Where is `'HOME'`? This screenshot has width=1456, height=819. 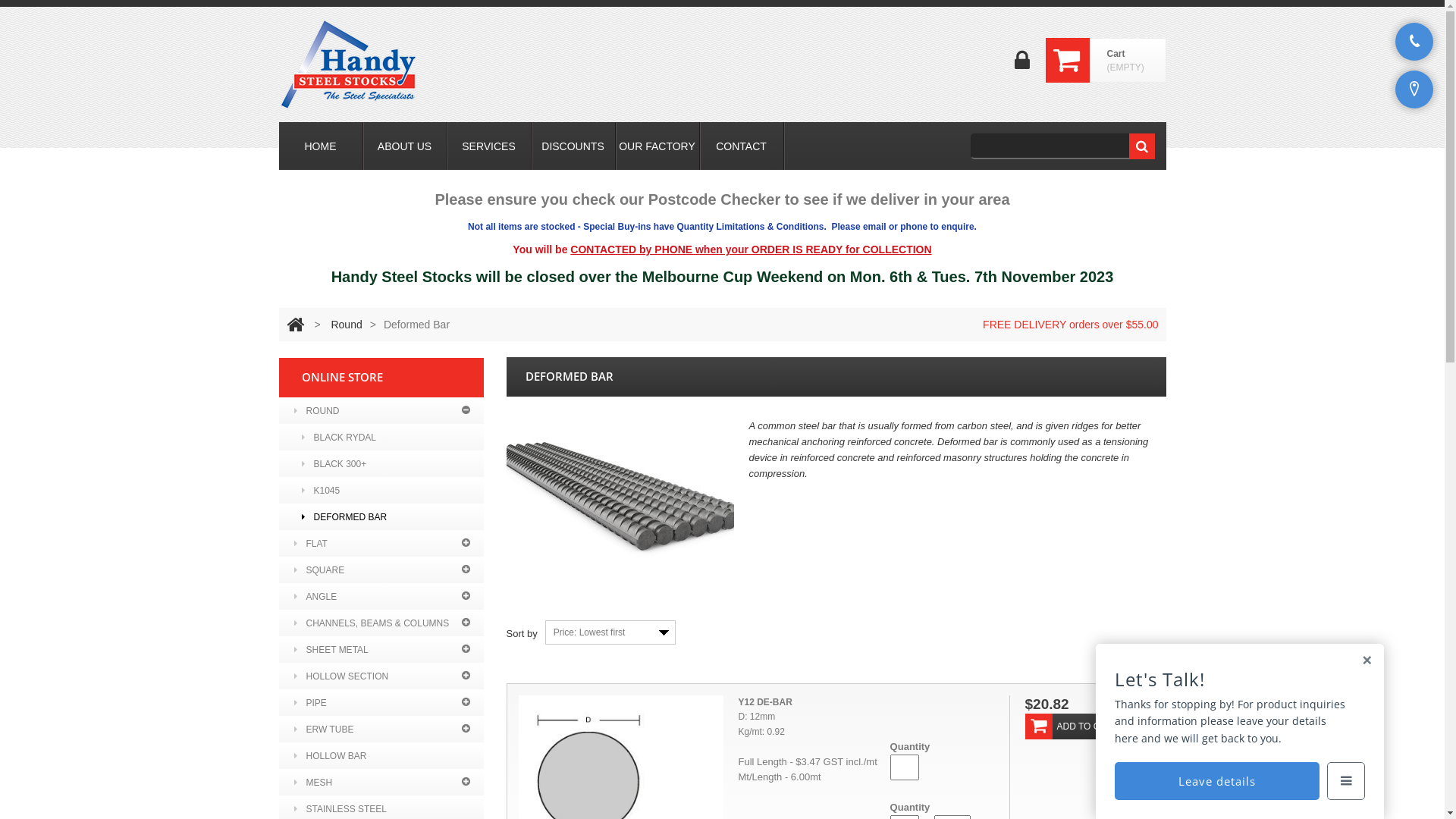
'HOME' is located at coordinates (279, 146).